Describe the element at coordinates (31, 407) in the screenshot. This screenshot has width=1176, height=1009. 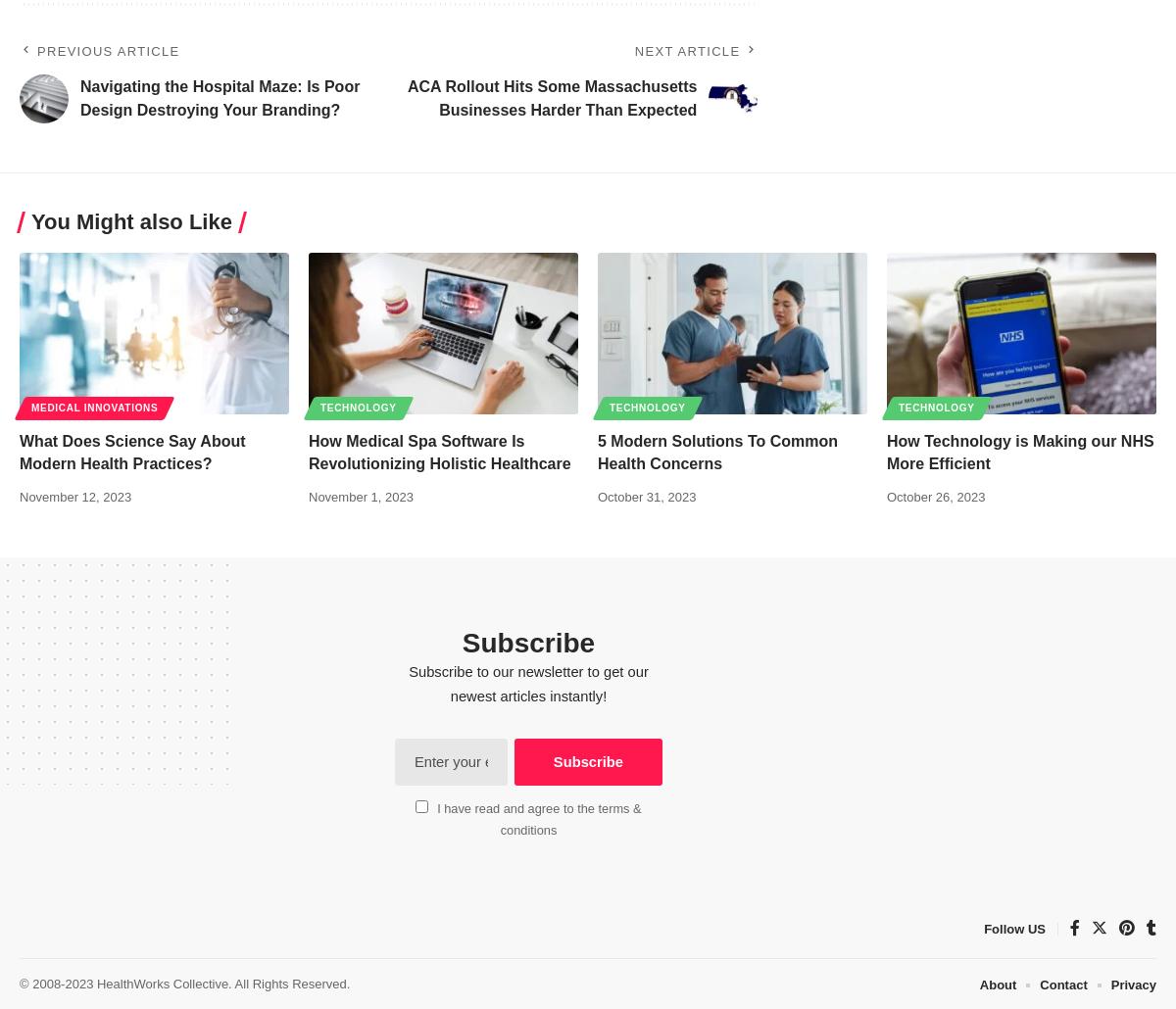
I see `'Medical Innovations'` at that location.